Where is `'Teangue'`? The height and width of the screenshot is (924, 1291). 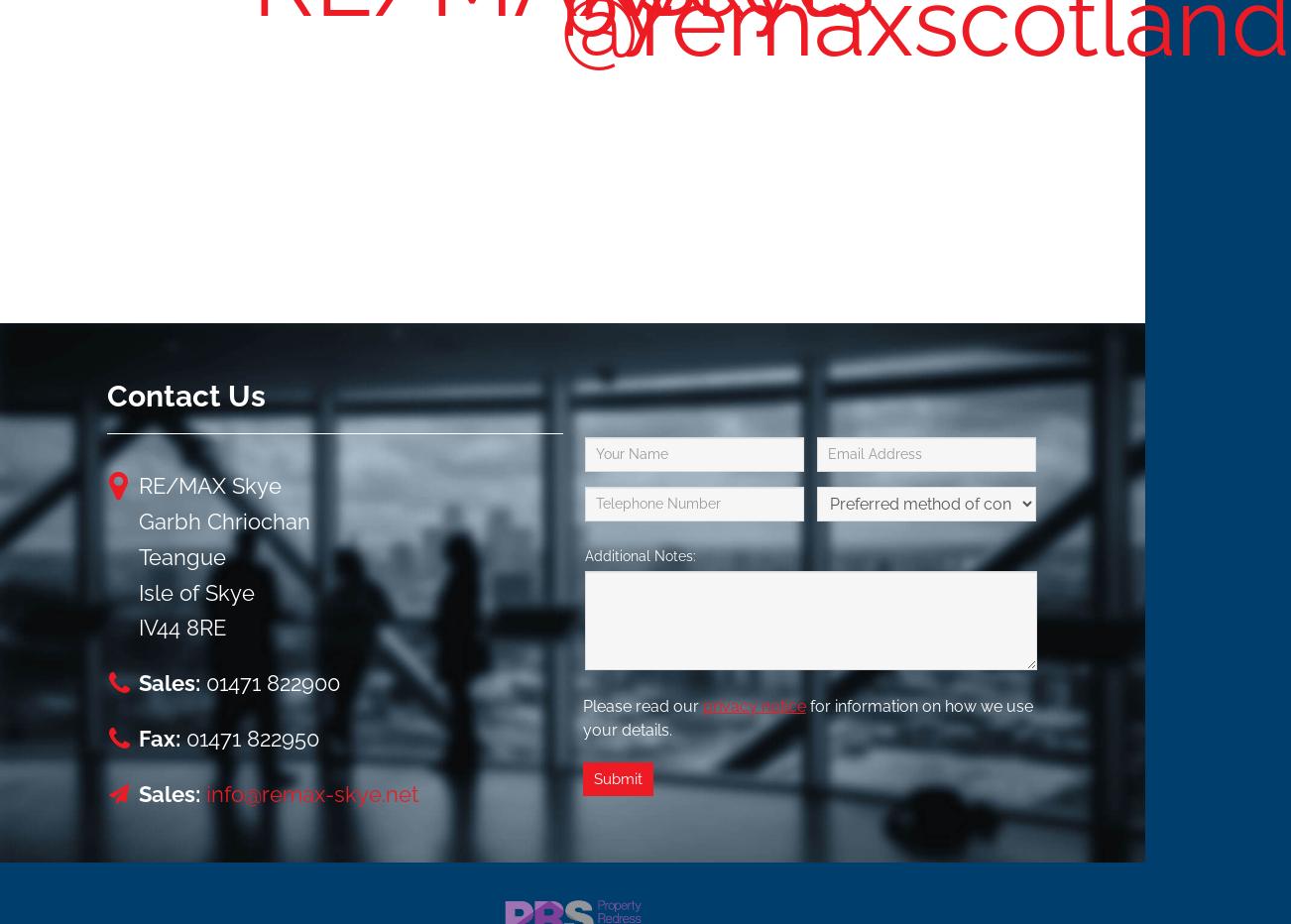
'Teangue' is located at coordinates (181, 555).